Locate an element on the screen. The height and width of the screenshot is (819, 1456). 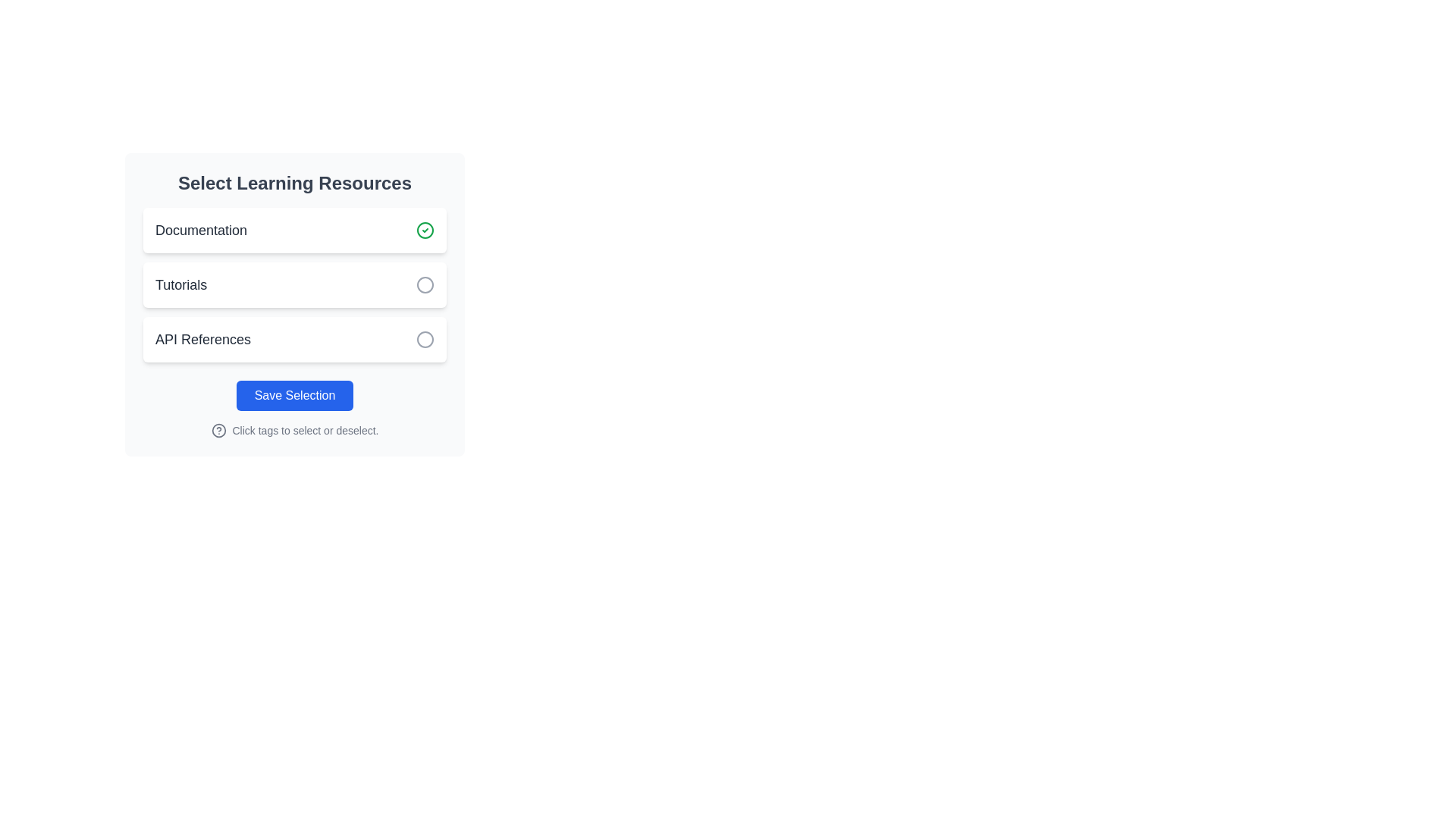
the 'Tutorials' button, which is a rectangular button with a white background and rounded corners, positioned below the 'Documentation' button is located at coordinates (294, 284).